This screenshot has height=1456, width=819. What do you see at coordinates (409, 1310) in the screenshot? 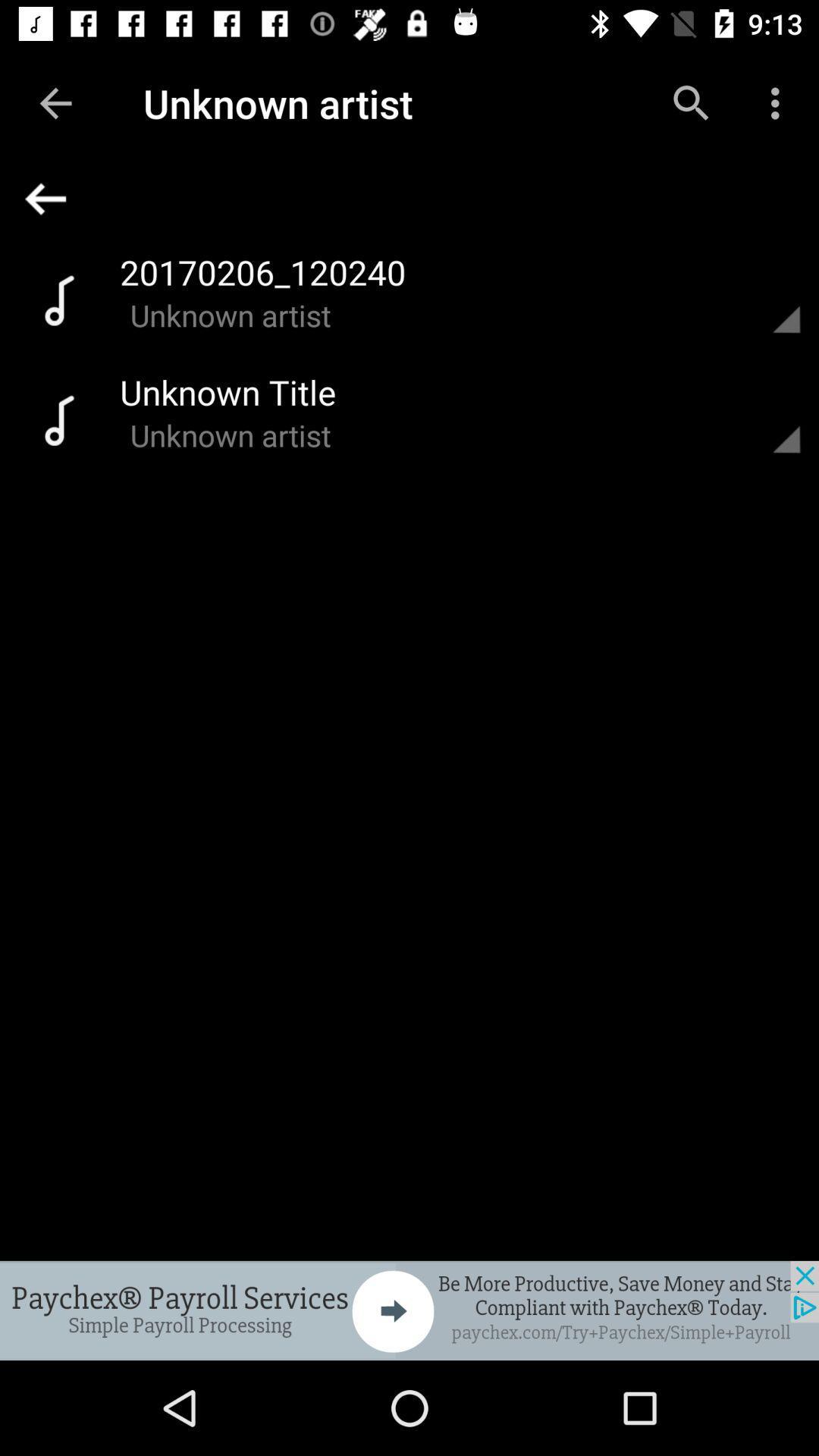
I see `click on advertisement` at bounding box center [409, 1310].